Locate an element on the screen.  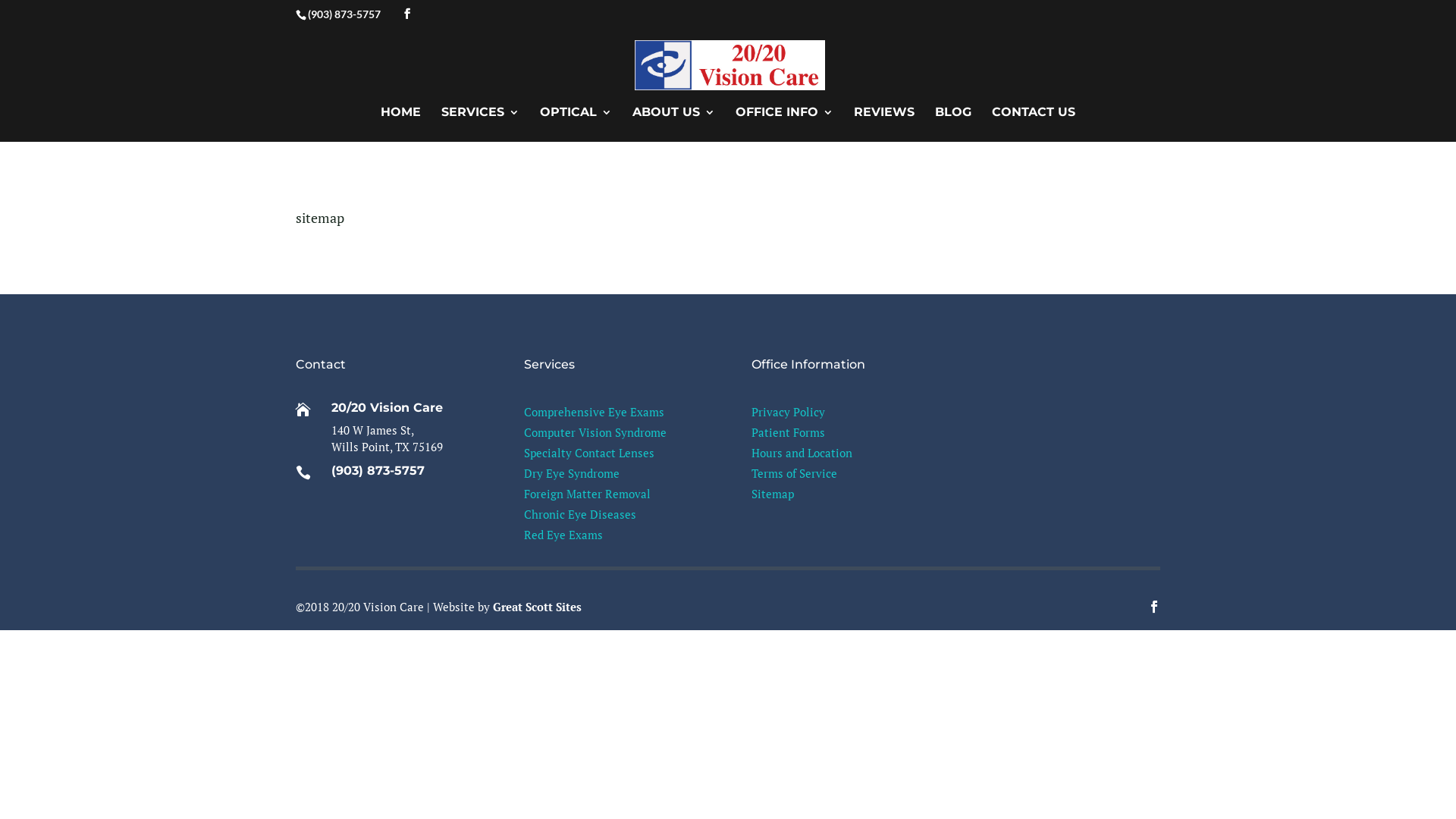
'Terms of Service' is located at coordinates (751, 472).